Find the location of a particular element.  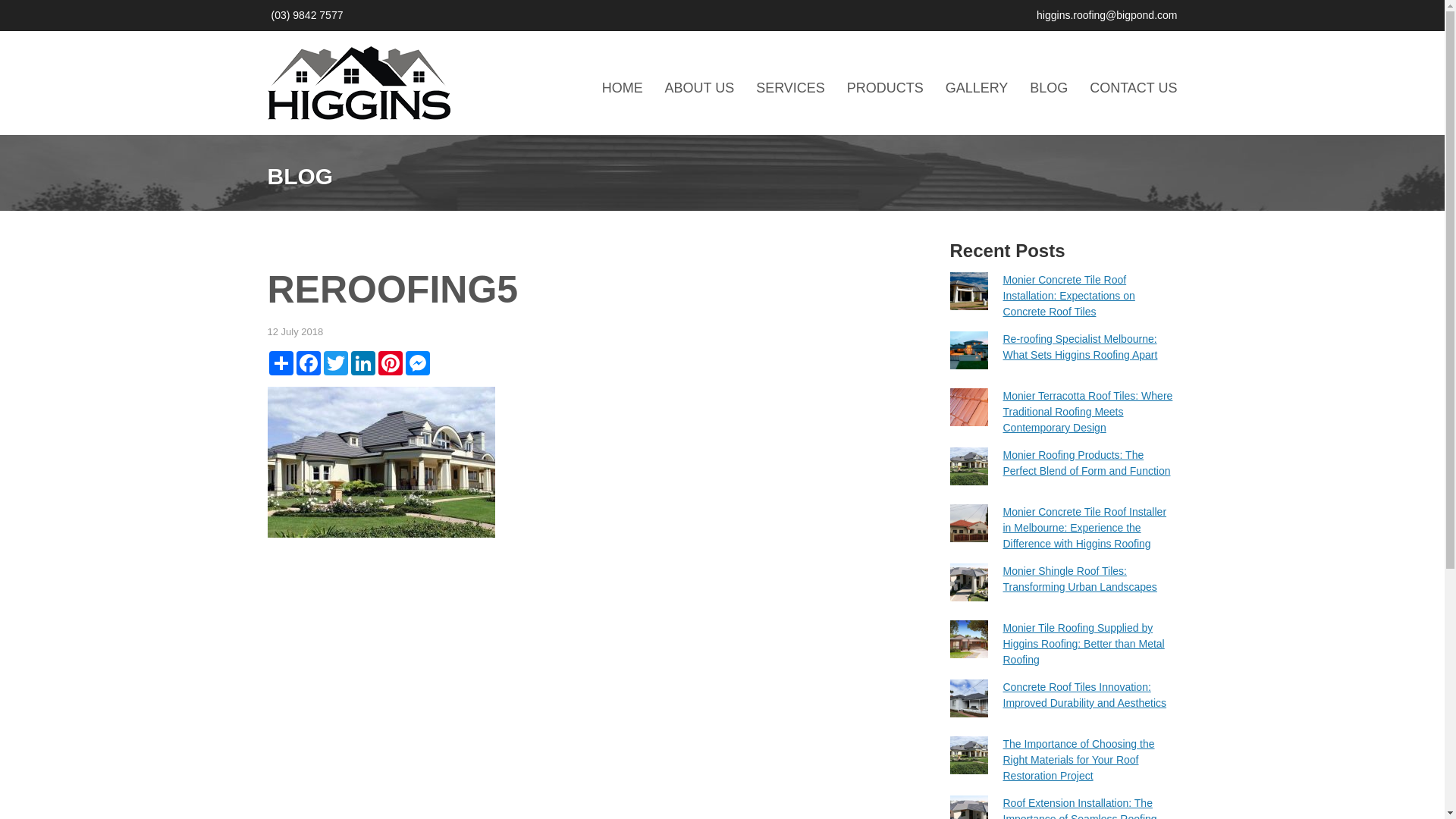

'ABOUT US' is located at coordinates (665, 87).